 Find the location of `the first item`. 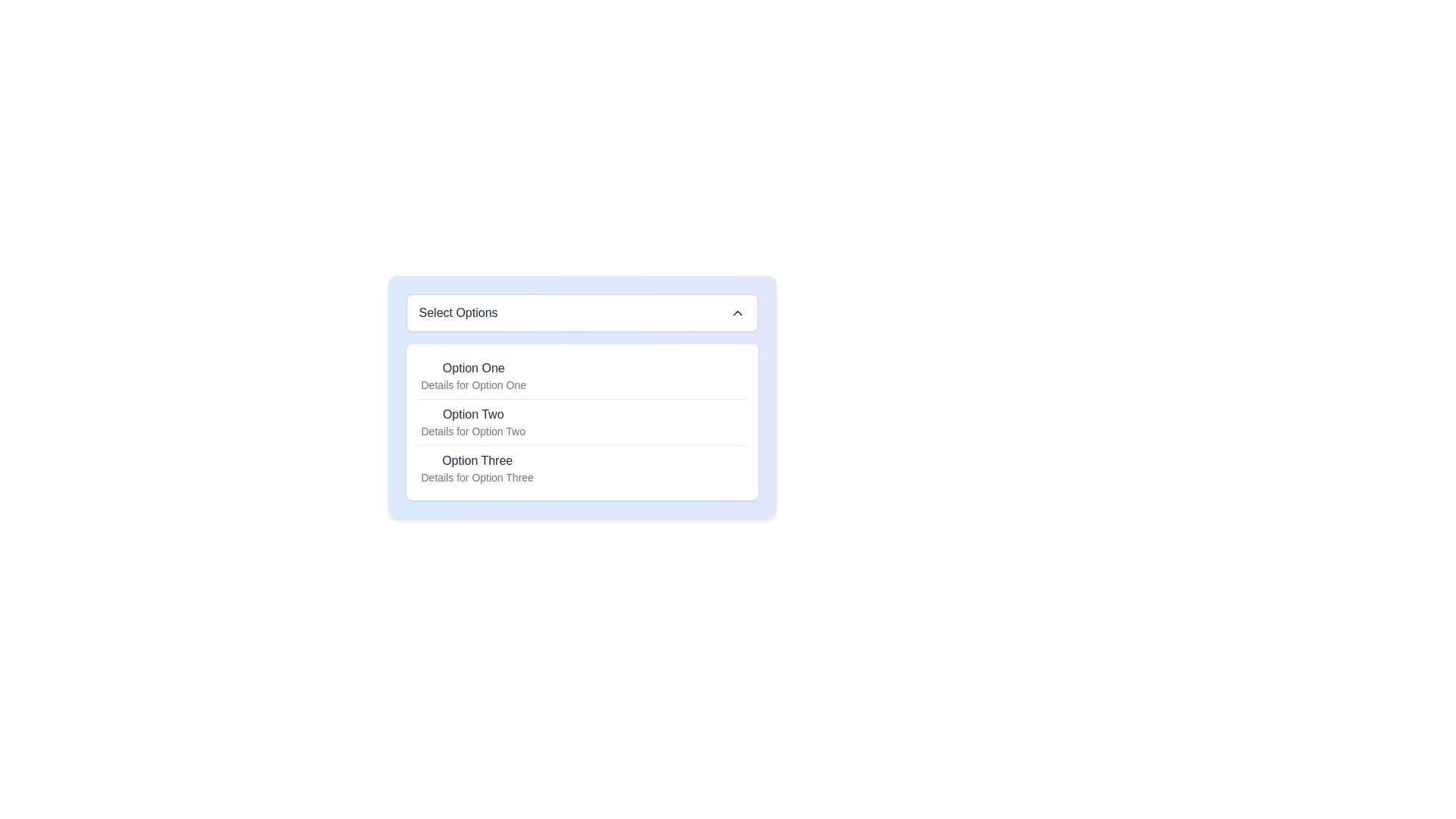

the first item is located at coordinates (472, 375).